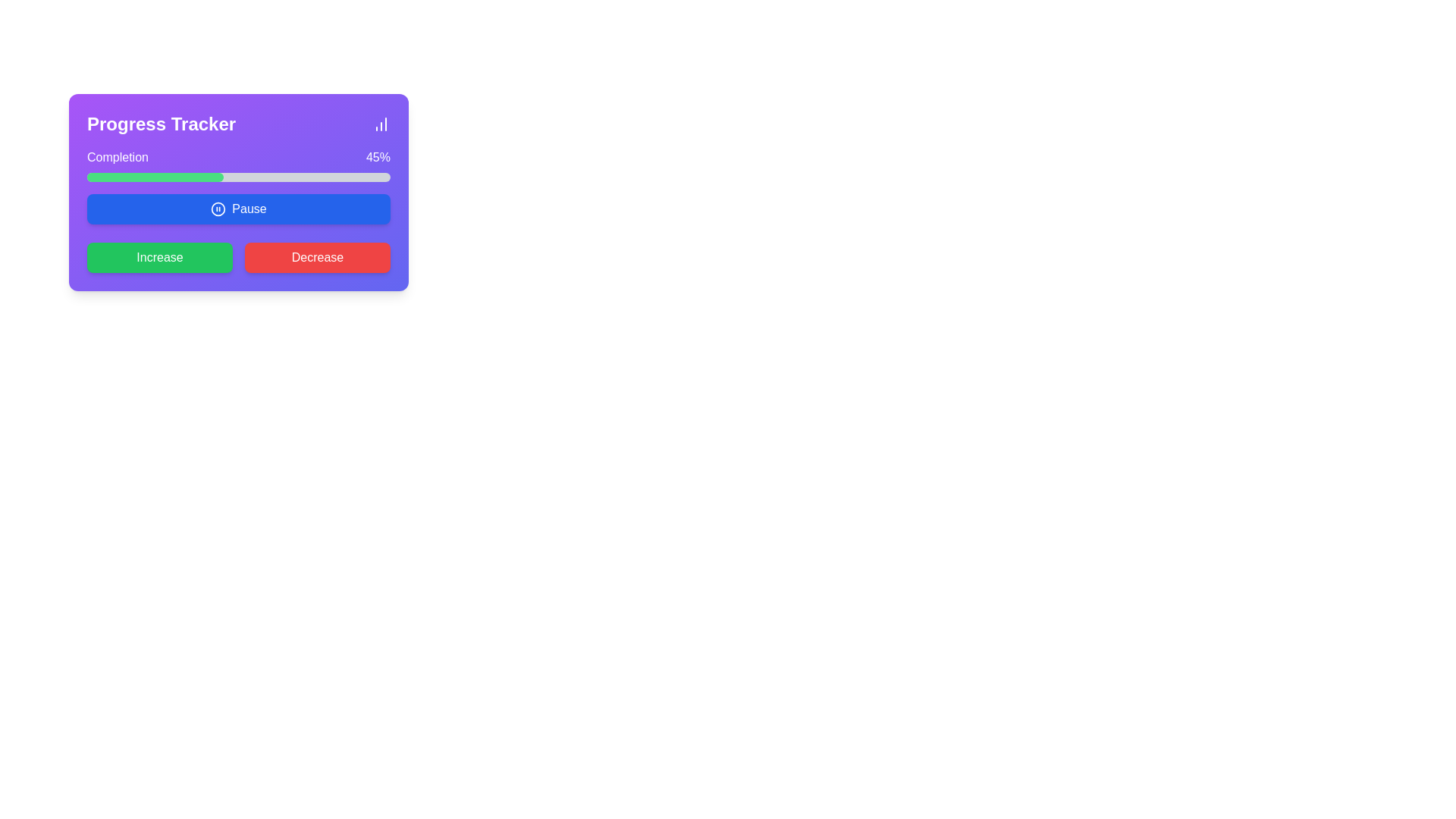 This screenshot has width=1456, height=819. What do you see at coordinates (238, 177) in the screenshot?
I see `the progress bar that visually indicates the progress of a task, located below the 'Completion' text and above the 'Pause' button` at bounding box center [238, 177].